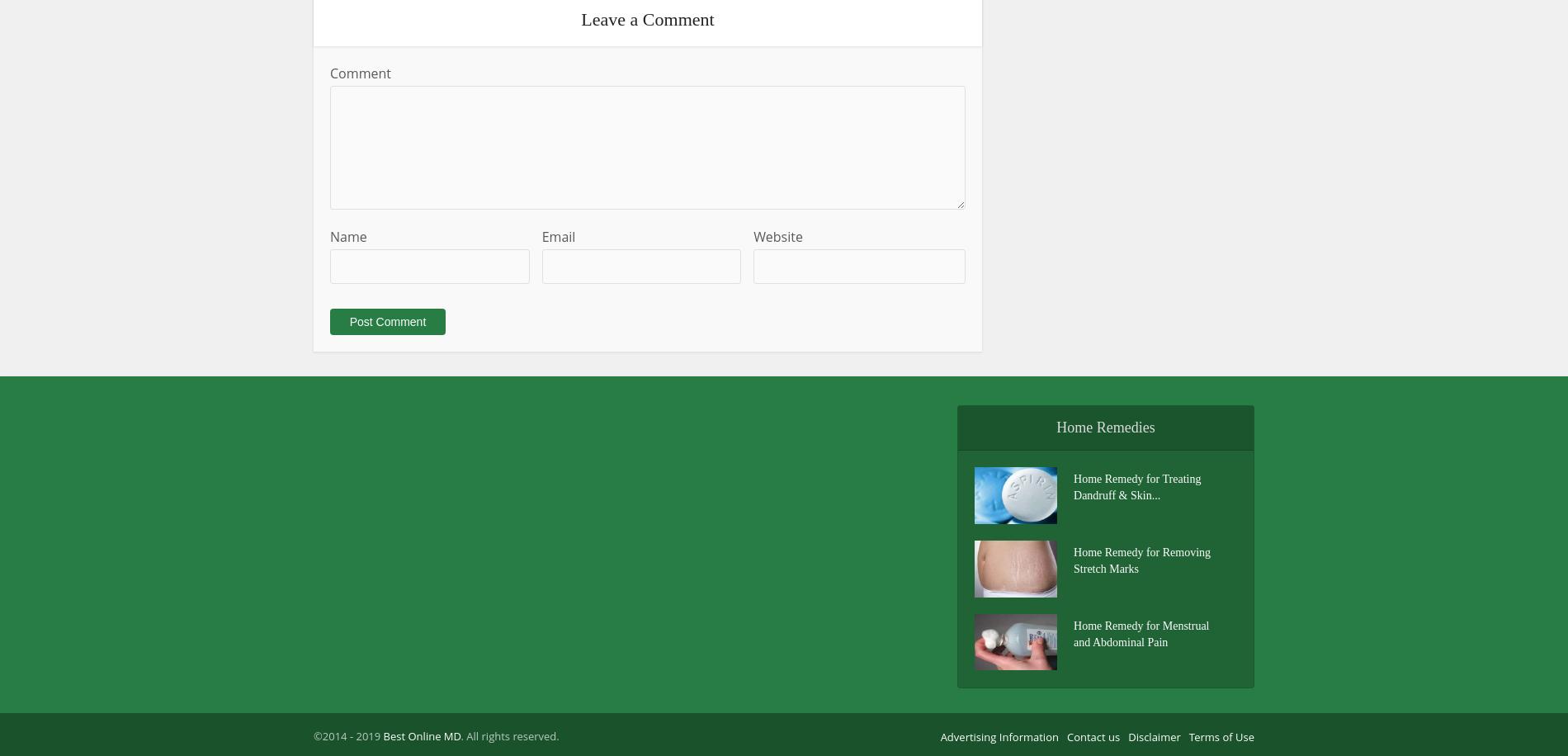  What do you see at coordinates (1127, 736) in the screenshot?
I see `'Disclaimer'` at bounding box center [1127, 736].